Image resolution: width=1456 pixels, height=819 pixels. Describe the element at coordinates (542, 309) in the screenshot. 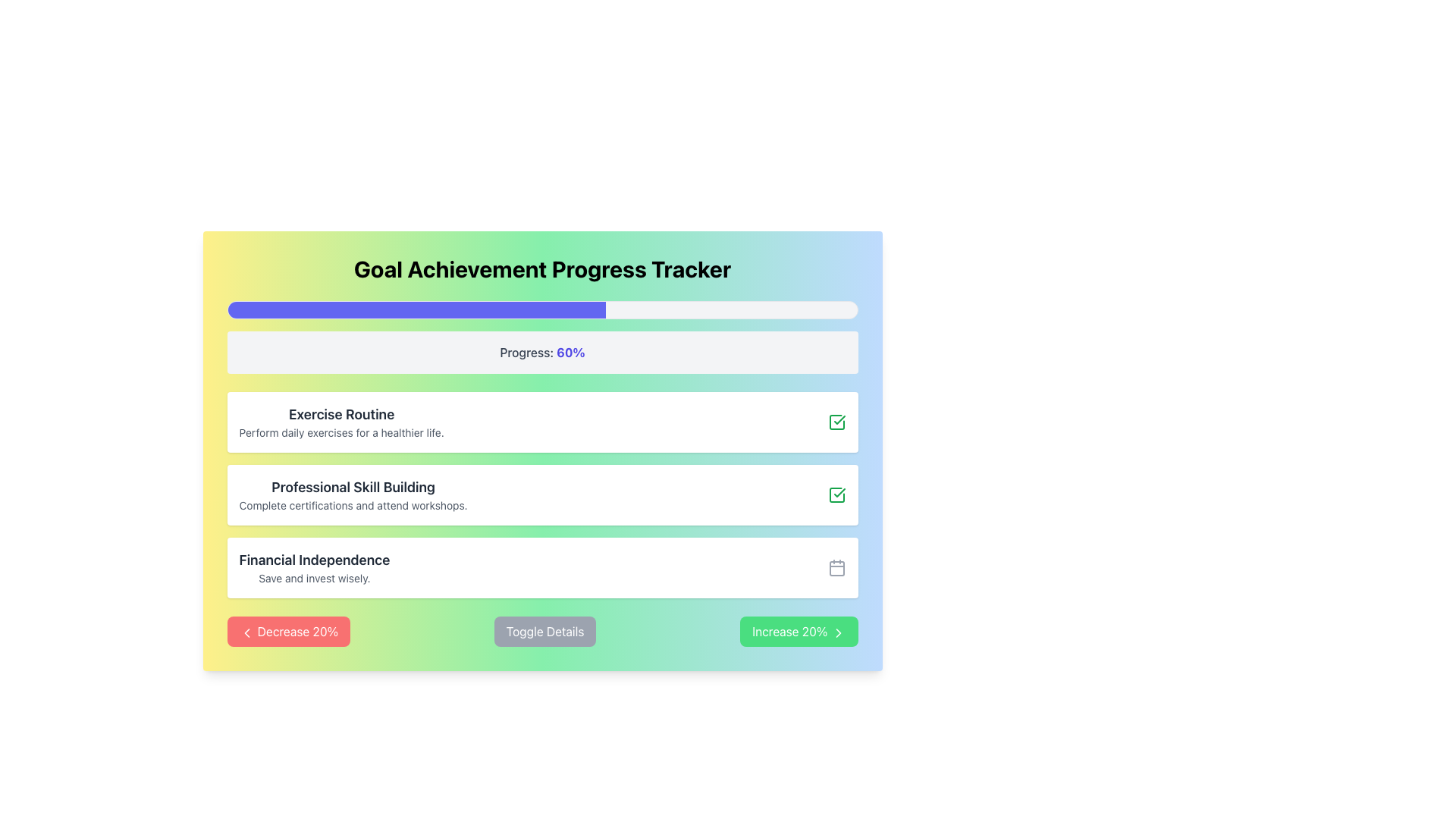

I see `the progress bar that visually represents 60% completion, positioned below the title 'Goal Achievement Progress Tracker' and above the text 'Progress: 60%'` at that location.